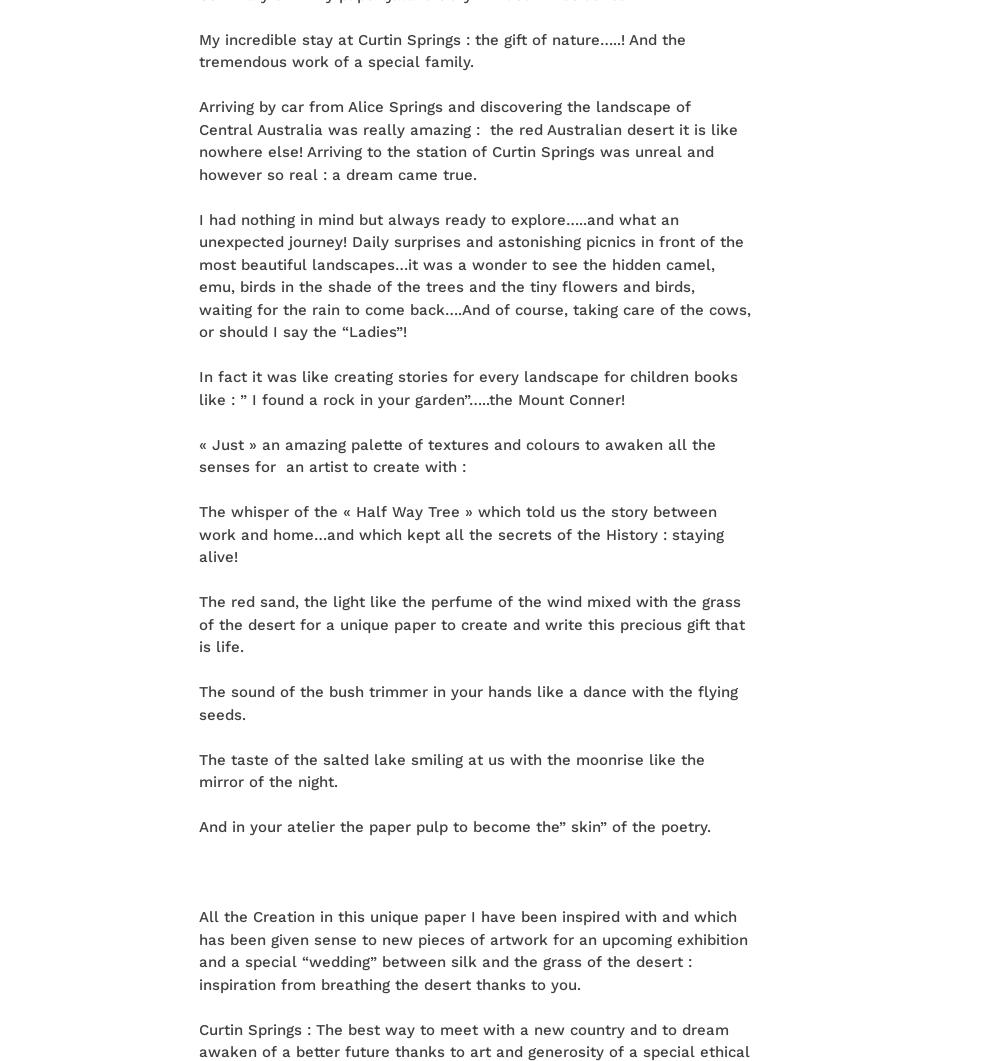 The image size is (994, 1061). Describe the element at coordinates (467, 702) in the screenshot. I see `'The sound of the bush trimmer in your hands like a dance with the flying seeds.'` at that location.